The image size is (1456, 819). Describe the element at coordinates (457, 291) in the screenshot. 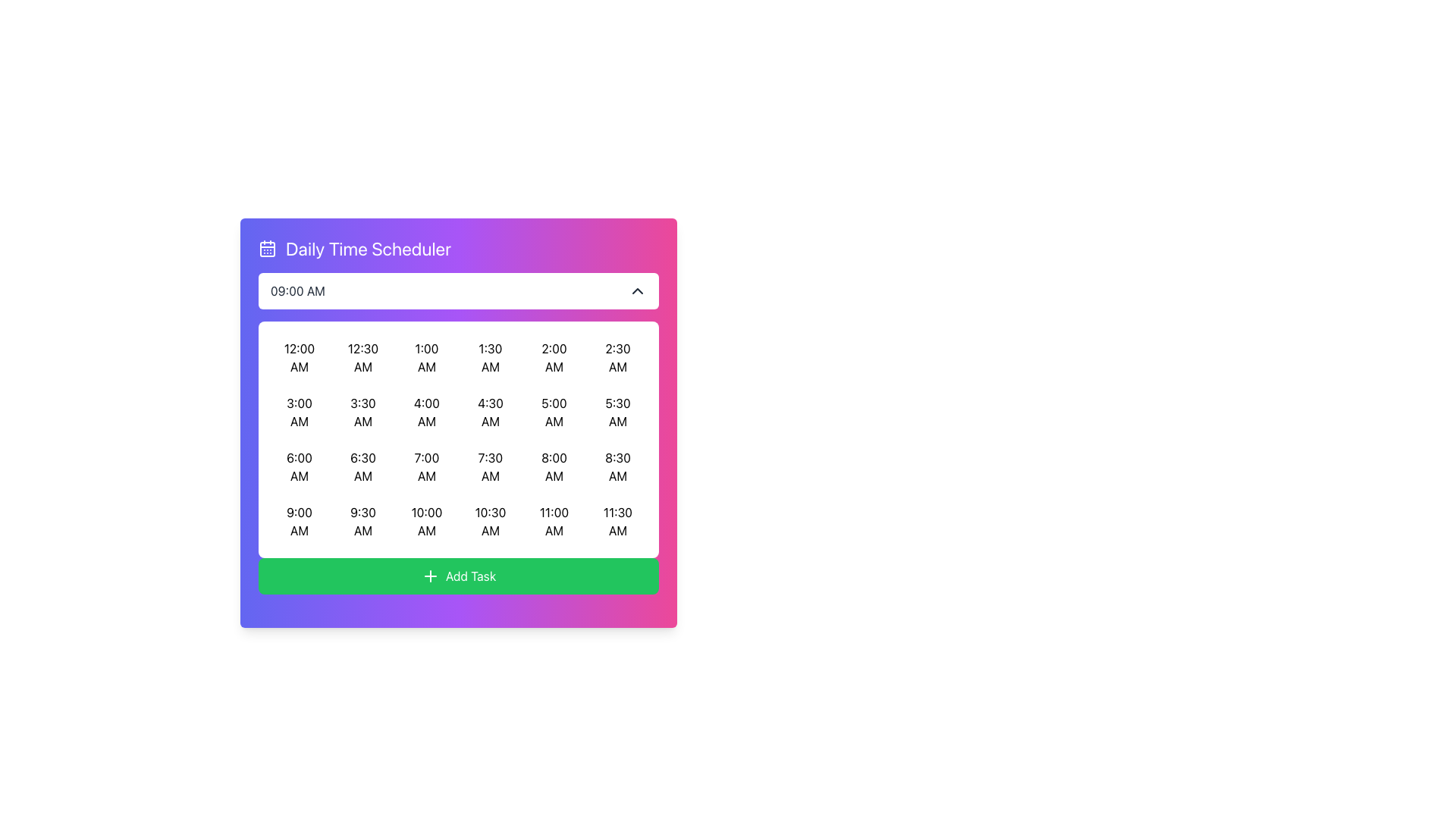

I see `the dropdown menu labeled '09:00 AM'` at that location.